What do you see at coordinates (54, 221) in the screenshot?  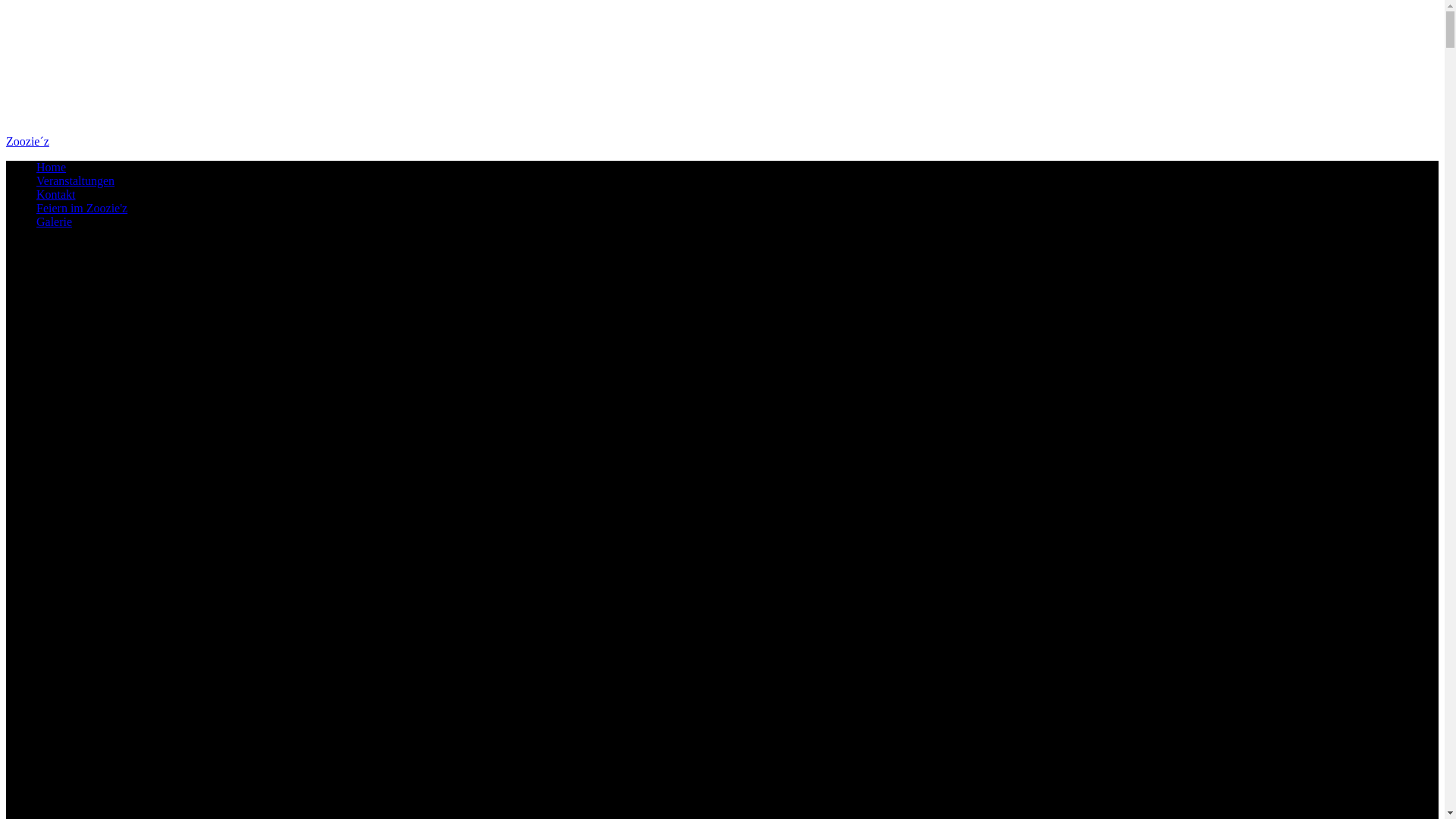 I see `'Galerie'` at bounding box center [54, 221].